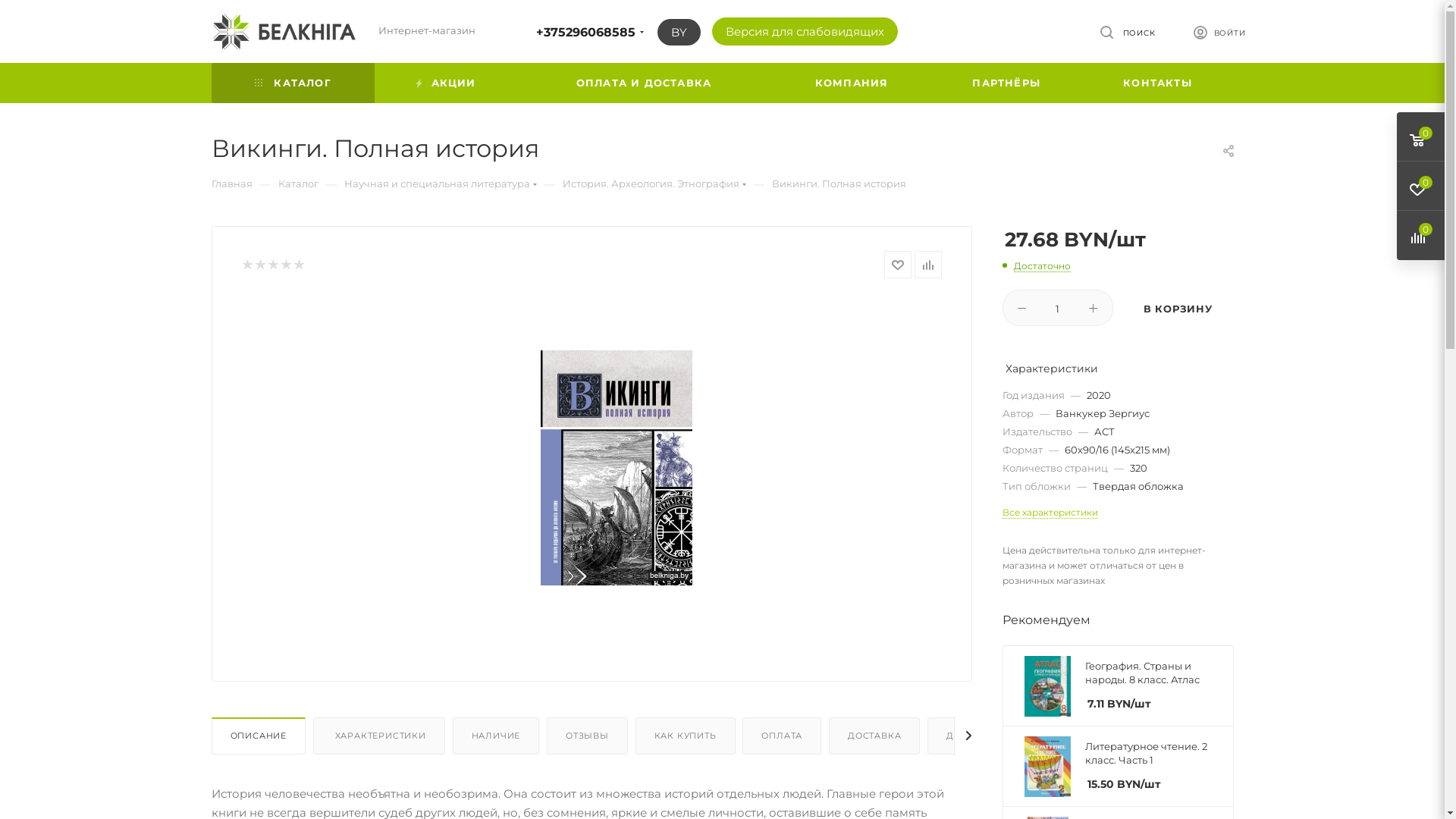  I want to click on '+375296068585', so click(535, 32).